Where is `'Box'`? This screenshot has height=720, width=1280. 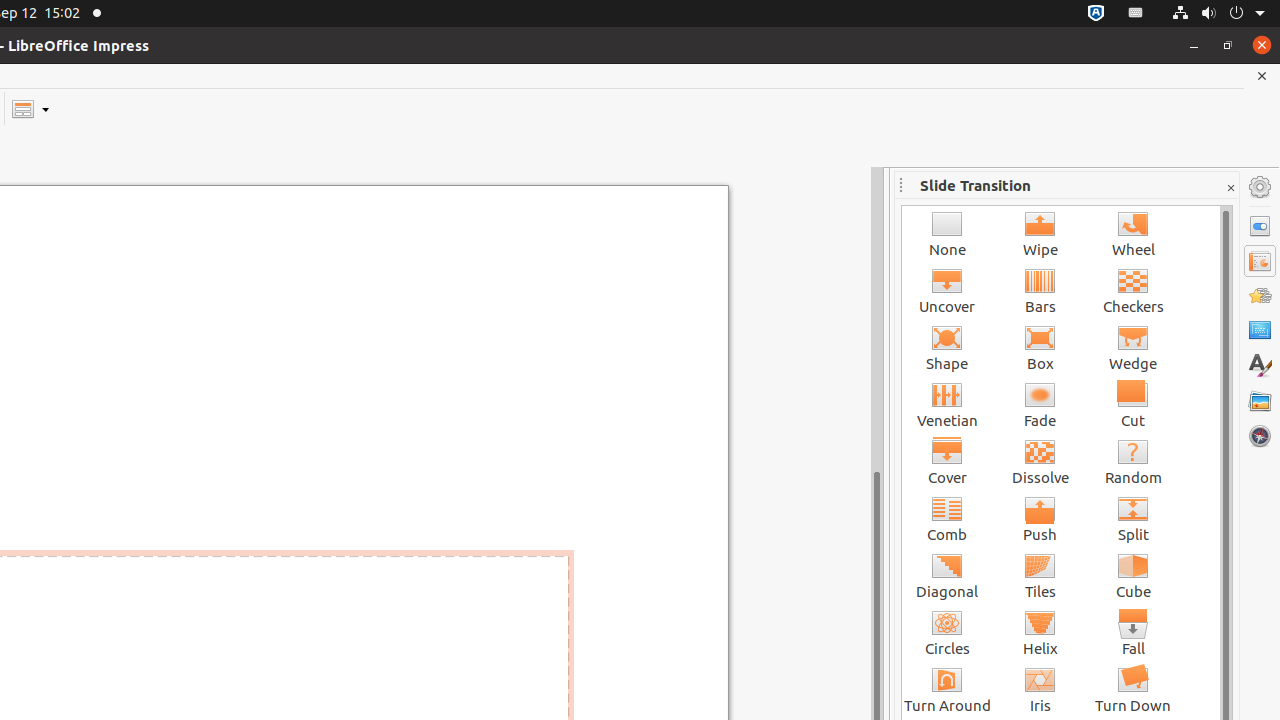
'Box' is located at coordinates (1040, 346).